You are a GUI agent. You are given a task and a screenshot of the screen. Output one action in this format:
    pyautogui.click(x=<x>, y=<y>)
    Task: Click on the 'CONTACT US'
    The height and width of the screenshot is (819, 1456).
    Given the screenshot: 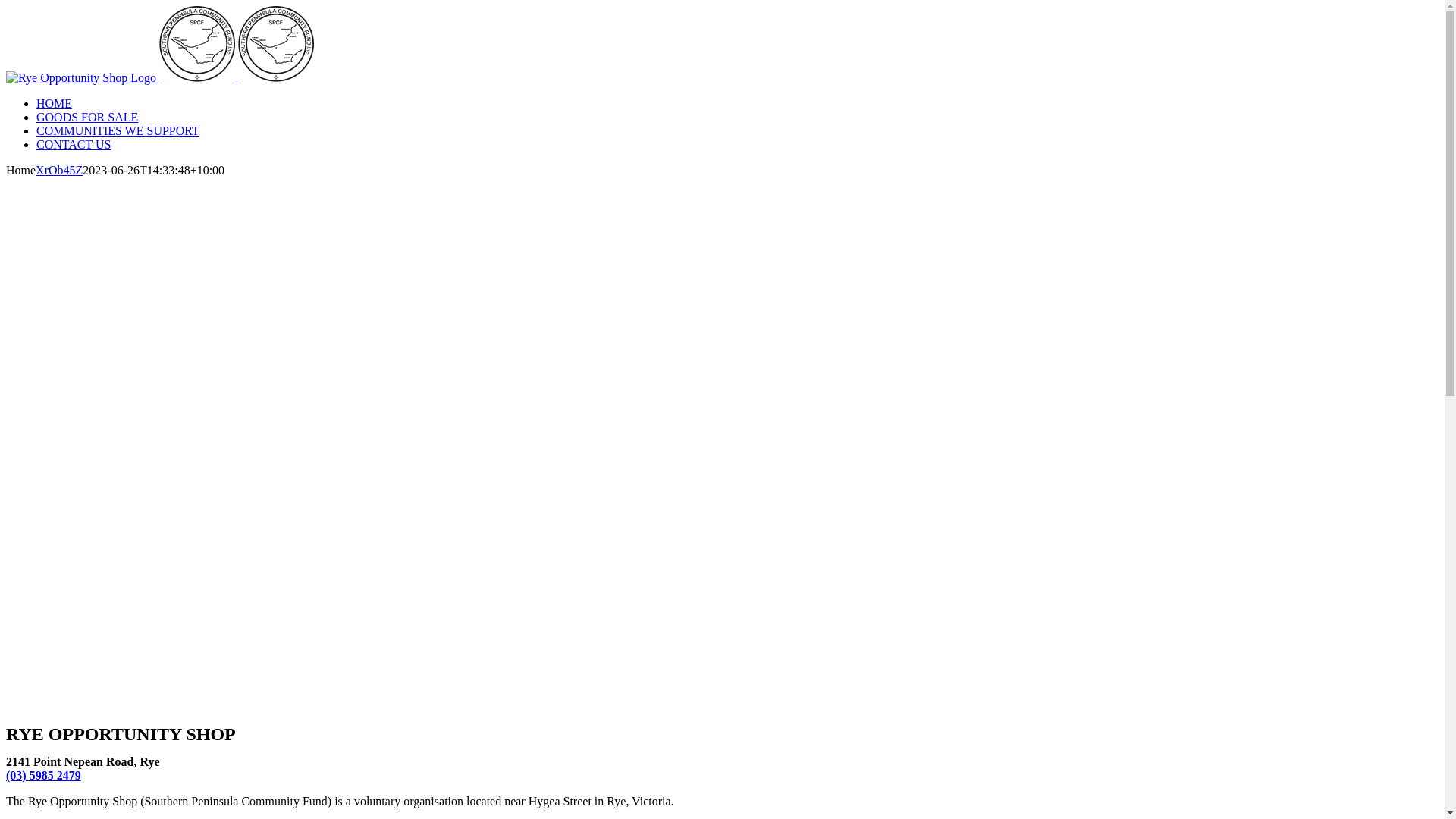 What is the action you would take?
    pyautogui.click(x=72, y=144)
    